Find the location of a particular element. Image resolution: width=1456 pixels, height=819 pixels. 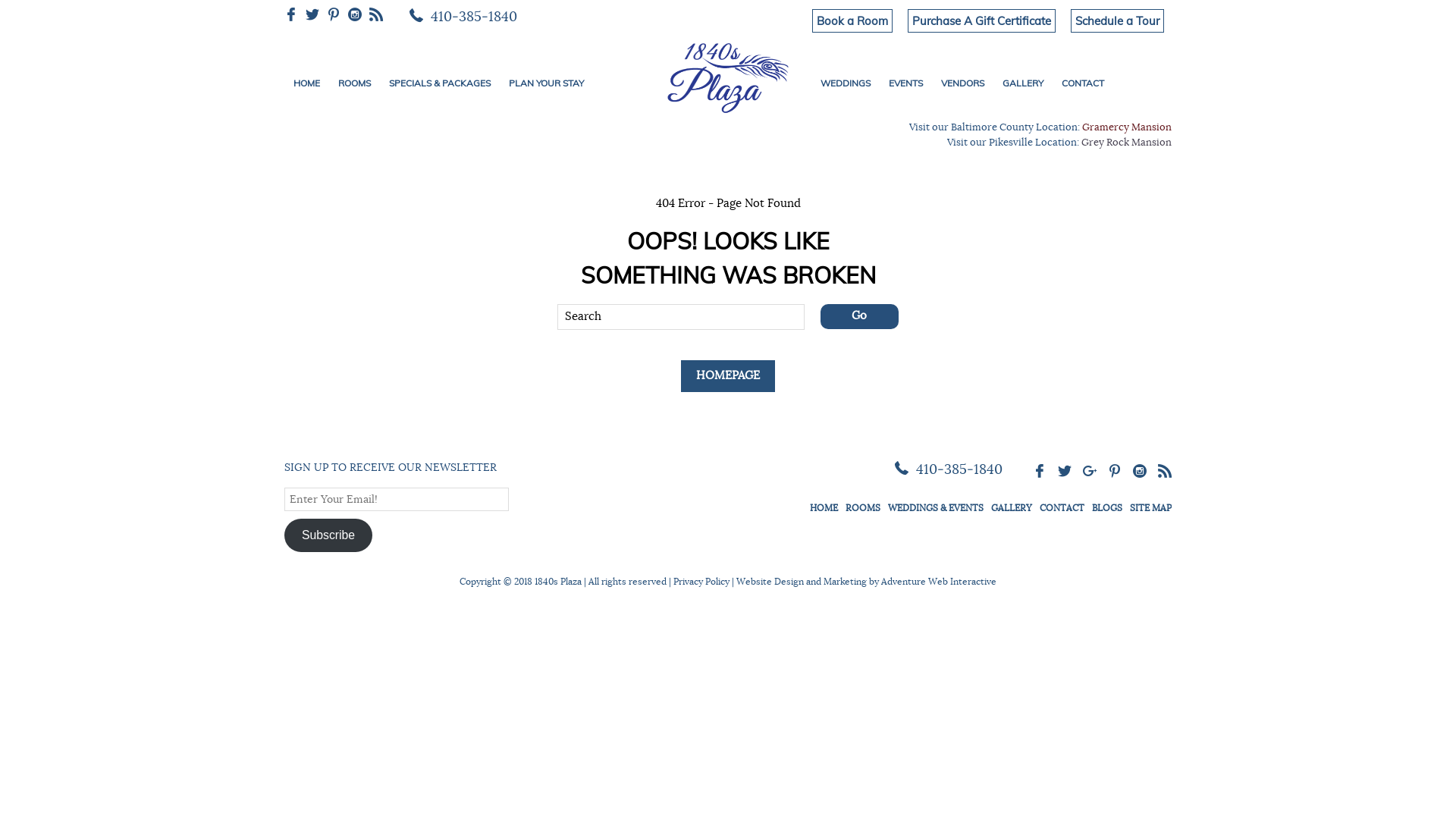

'EVENTS' is located at coordinates (905, 83).